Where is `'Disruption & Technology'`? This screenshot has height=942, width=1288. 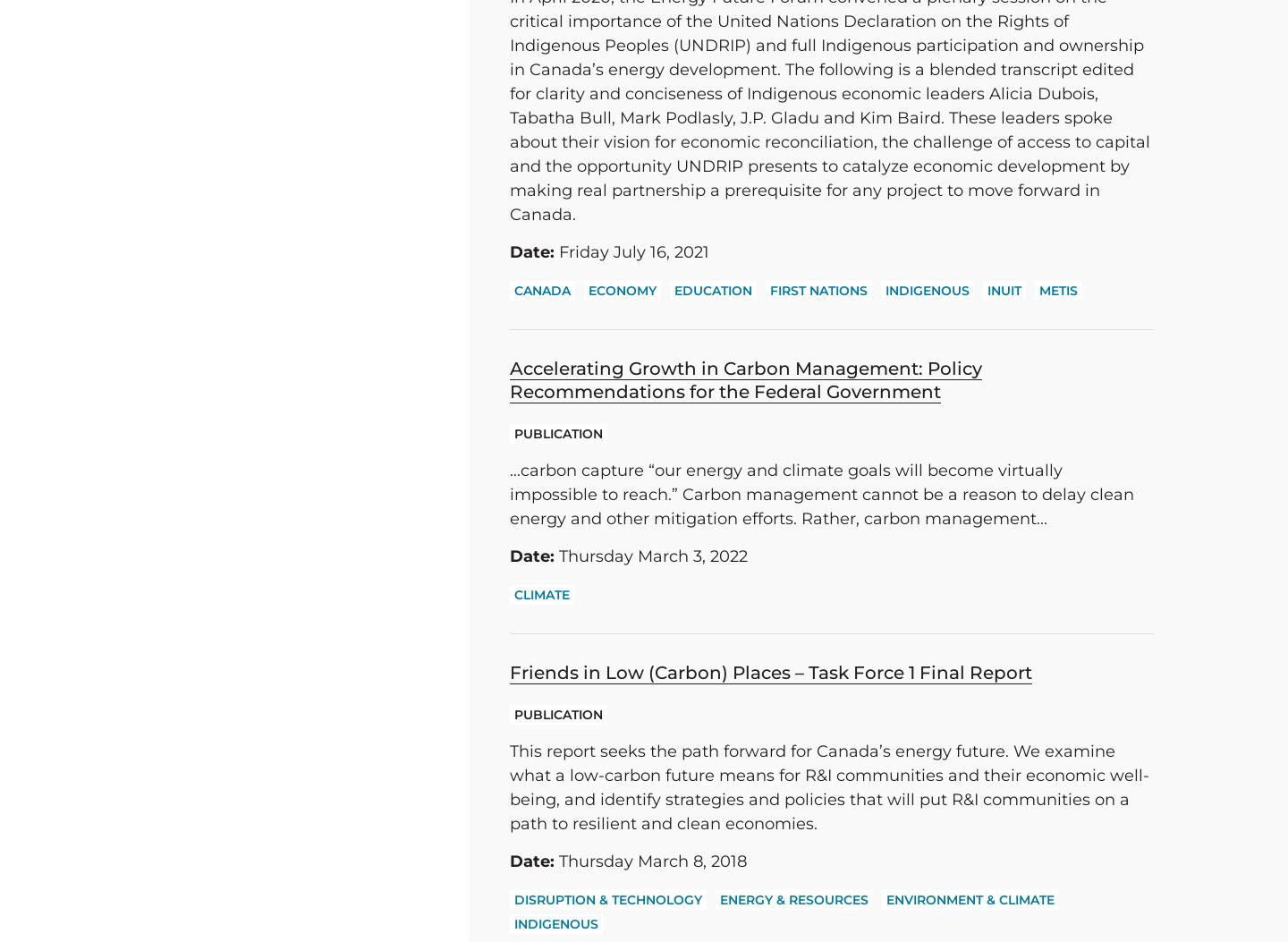
'Disruption & Technology' is located at coordinates (513, 899).